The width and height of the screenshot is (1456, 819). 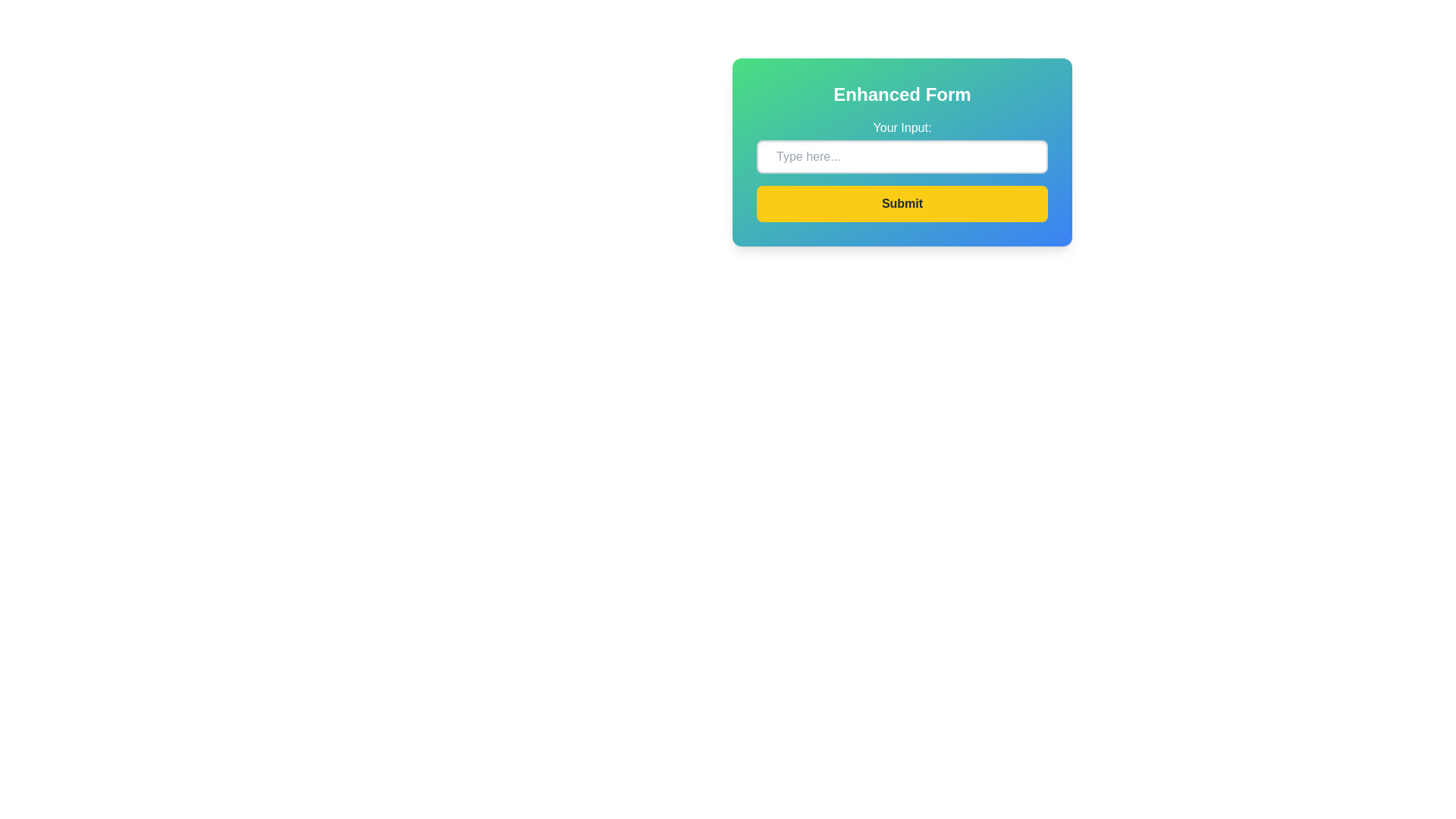 What do you see at coordinates (902, 127) in the screenshot?
I see `the Label element displaying 'Your Input:' which is located at the top of the form section, above the text input field, characterized by a prominent white font on a gradient background from green to blue` at bounding box center [902, 127].